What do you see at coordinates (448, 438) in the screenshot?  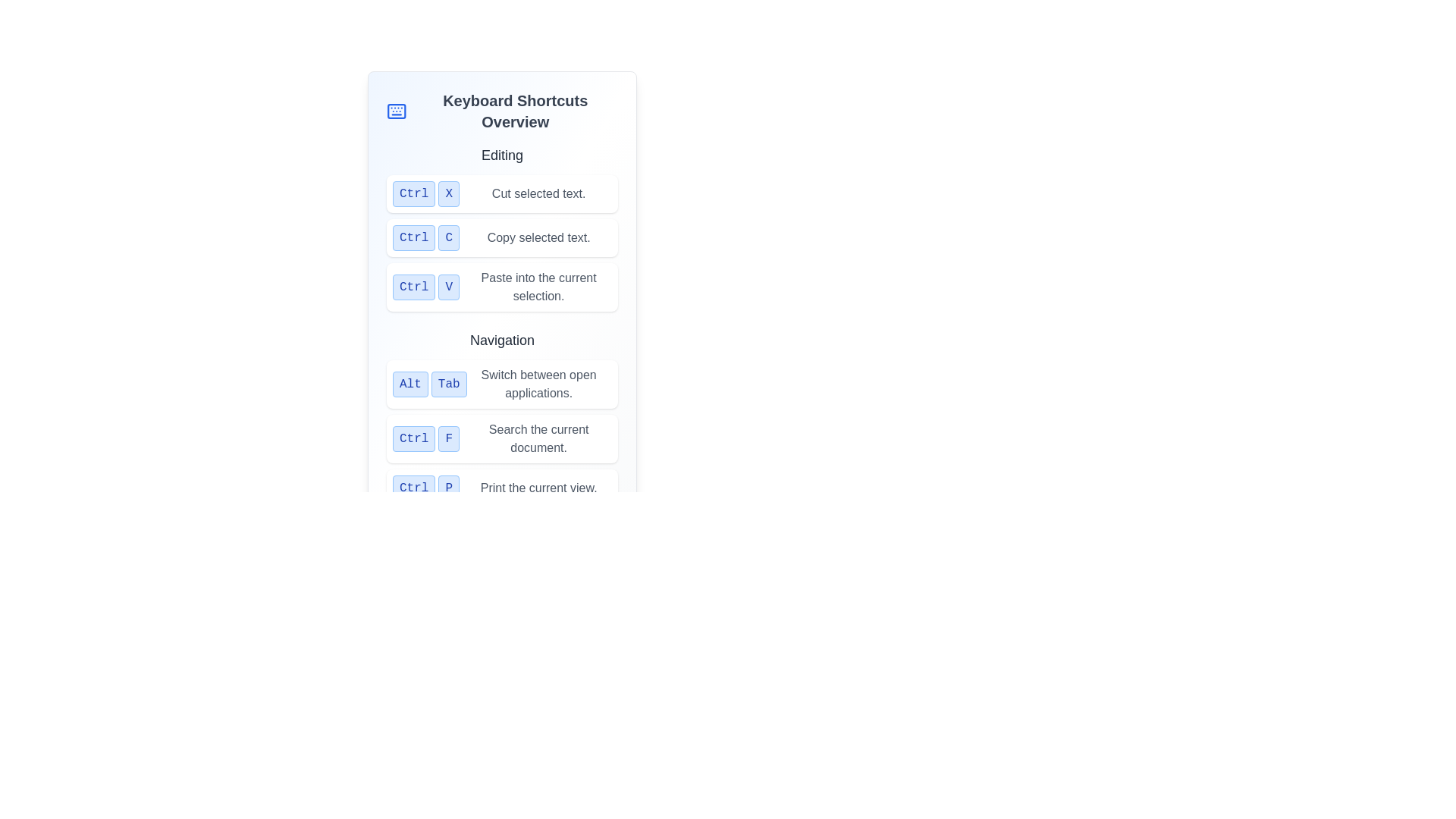 I see `the 'F' key button in the shortcut combination located in the 'Navigation' section, which is visually represented as the second button next to the 'Ctrl' button` at bounding box center [448, 438].